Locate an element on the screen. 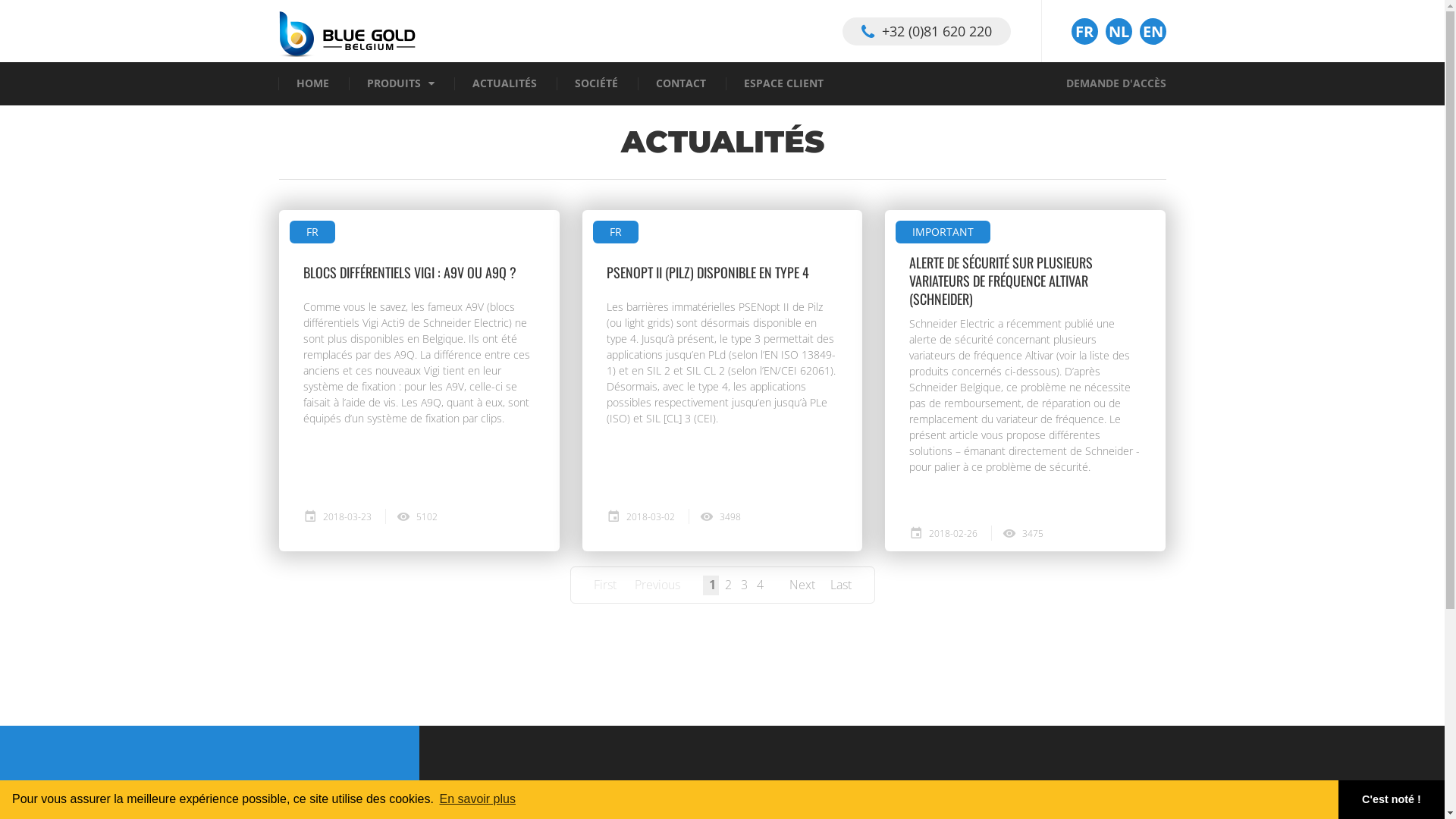 The height and width of the screenshot is (819, 1456). 'ESPACE CLIENT' is located at coordinates (783, 83).